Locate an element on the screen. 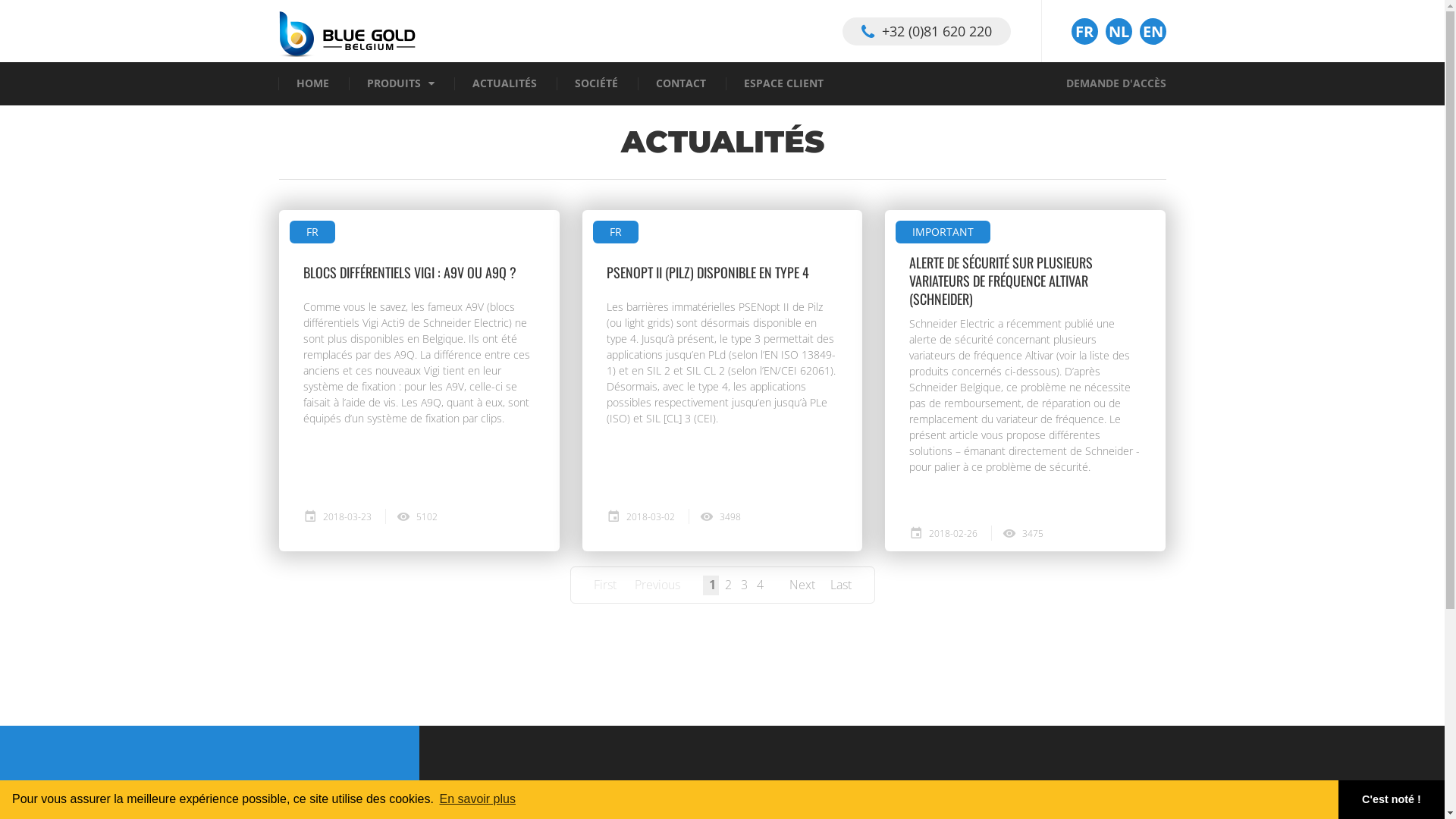 The height and width of the screenshot is (819, 1456). 'ESPACE CLIENT' is located at coordinates (783, 83).